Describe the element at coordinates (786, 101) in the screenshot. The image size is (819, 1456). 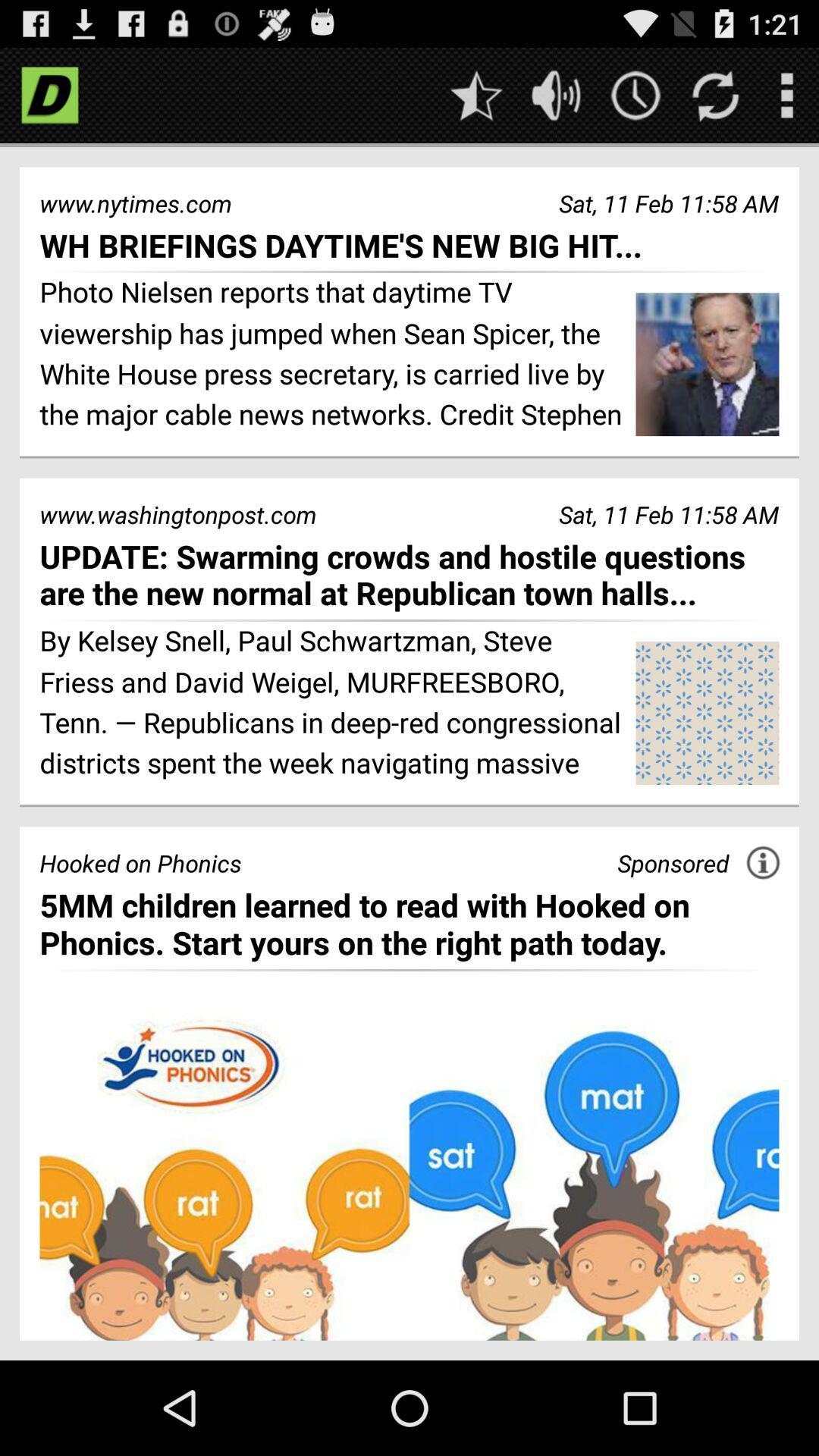
I see `the more icon` at that location.